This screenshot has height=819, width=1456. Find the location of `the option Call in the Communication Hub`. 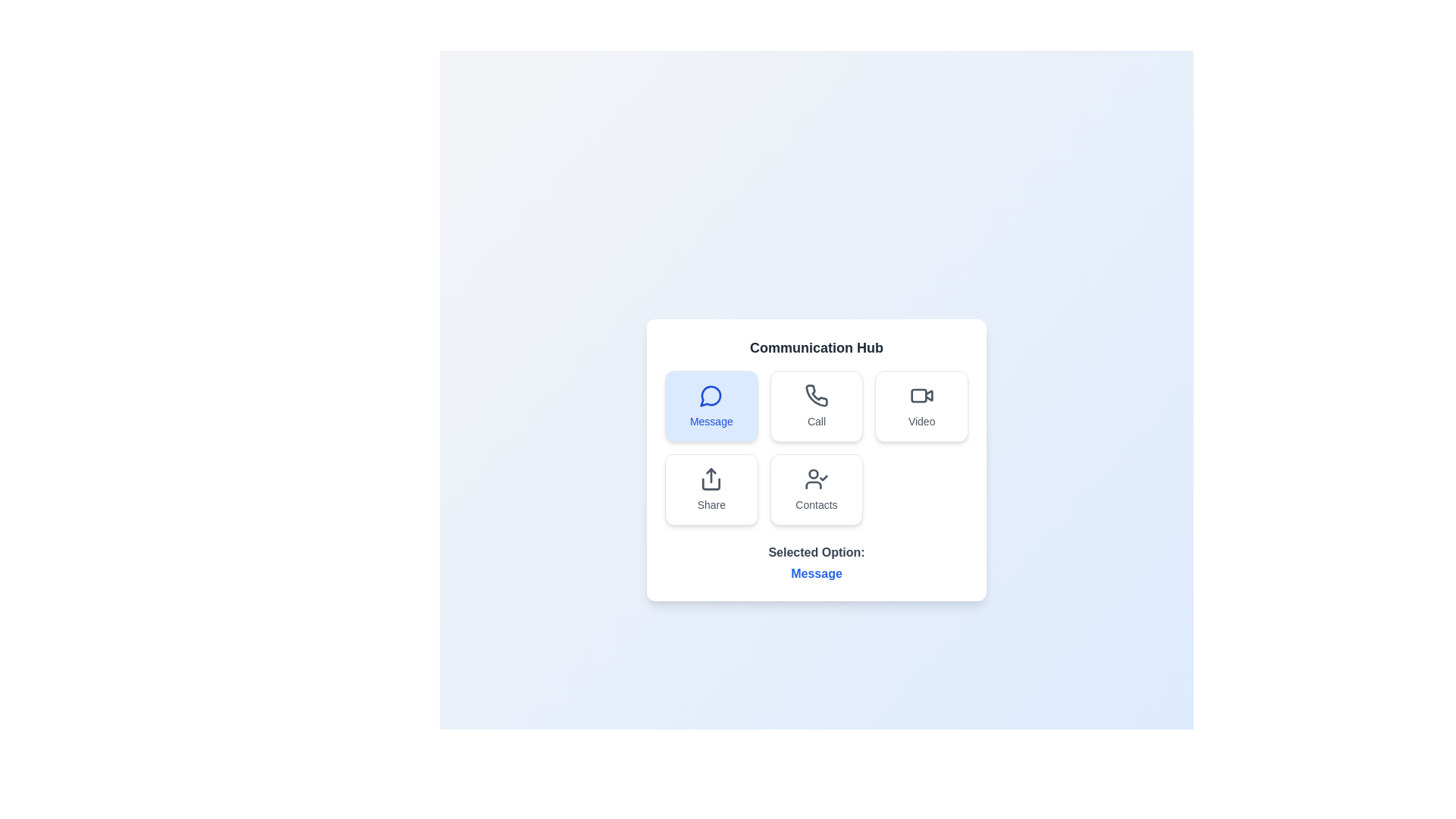

the option Call in the Communication Hub is located at coordinates (815, 406).